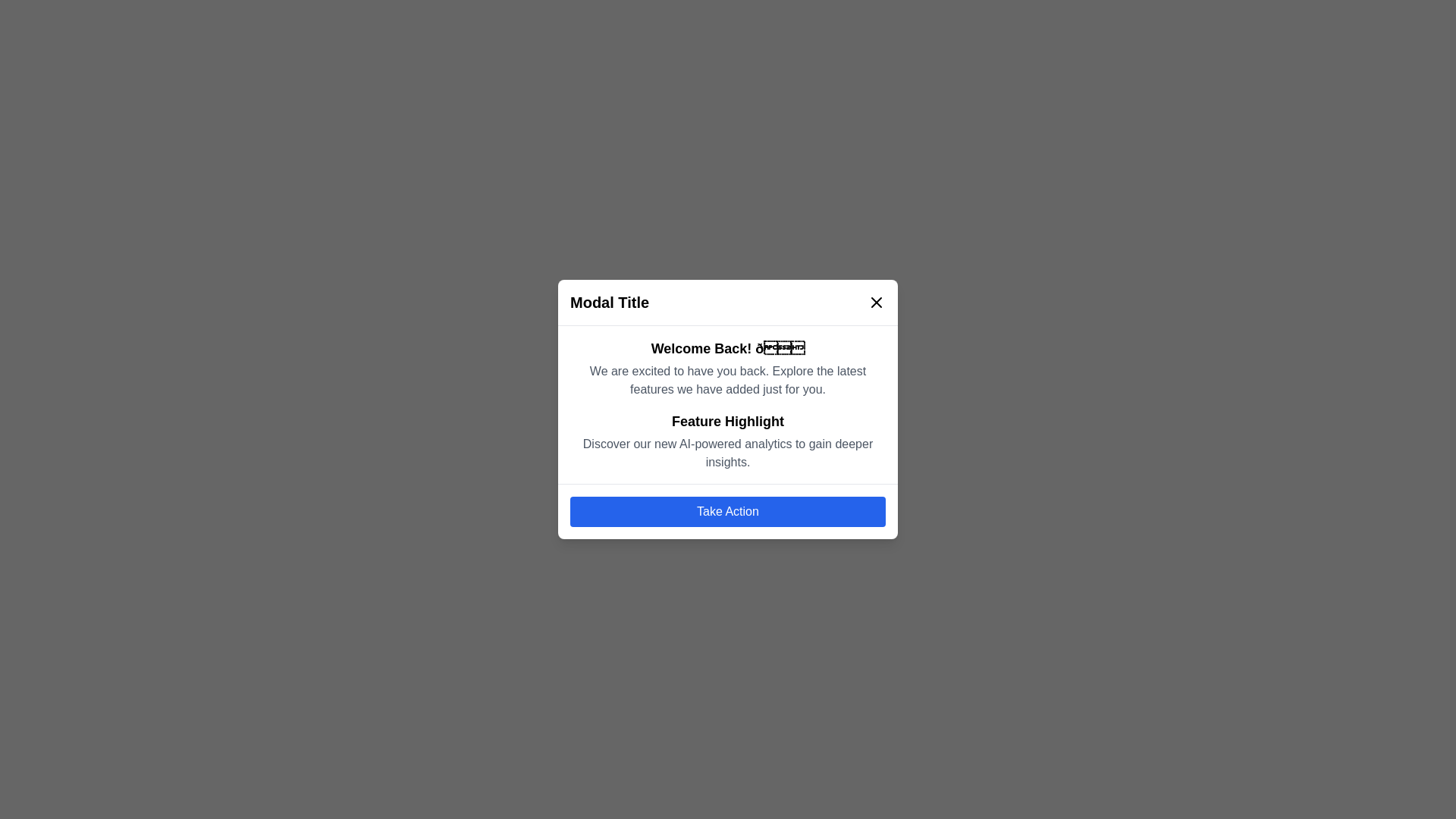 The height and width of the screenshot is (819, 1456). I want to click on the close icon in the top-right corner of the modal window titled 'Modal Title', so click(877, 302).